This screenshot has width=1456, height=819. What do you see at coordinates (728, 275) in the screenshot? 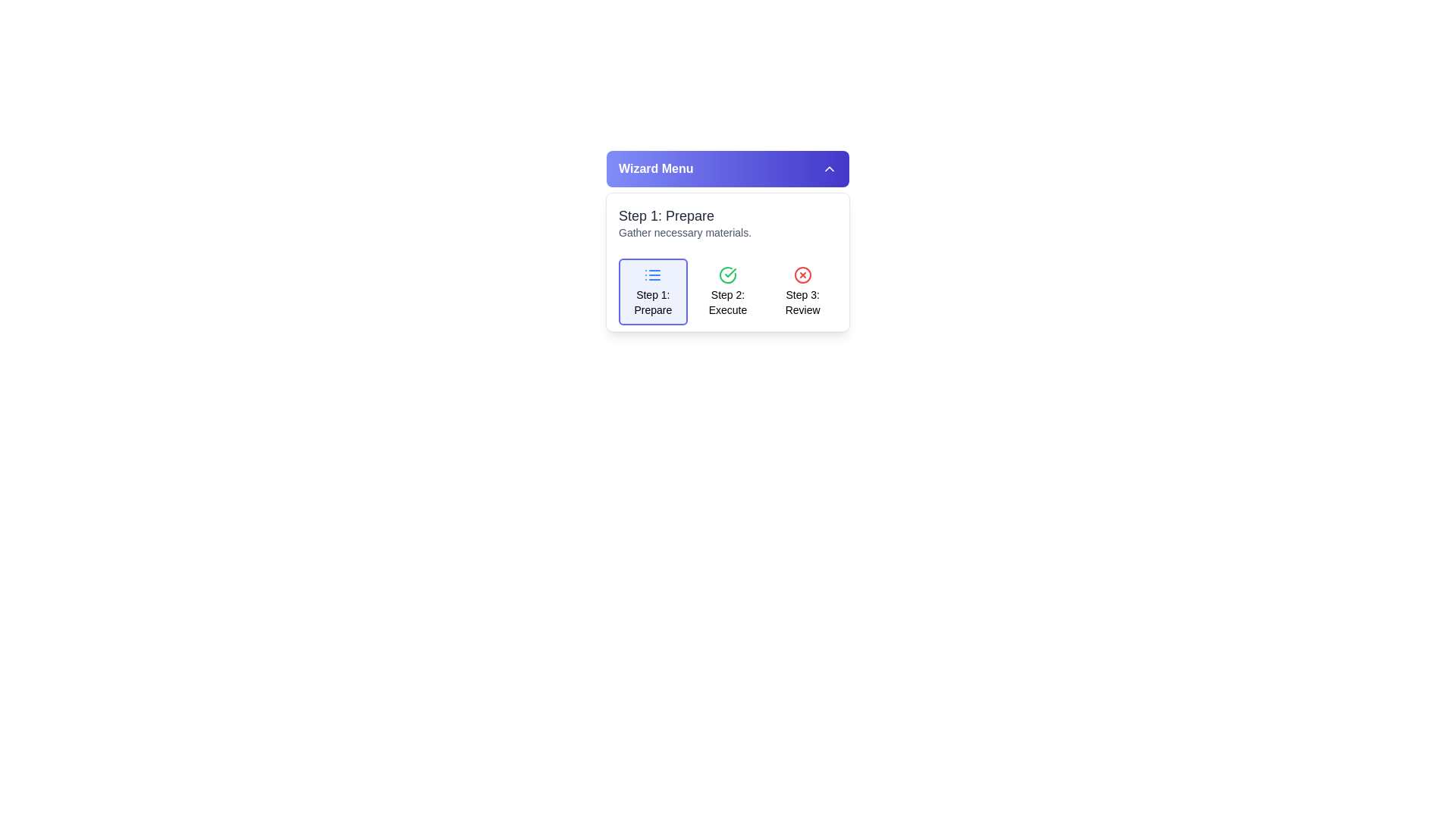
I see `the icon indicating readiness for 'Step 2: Execute' in the wizard flow to interact with this step` at bounding box center [728, 275].